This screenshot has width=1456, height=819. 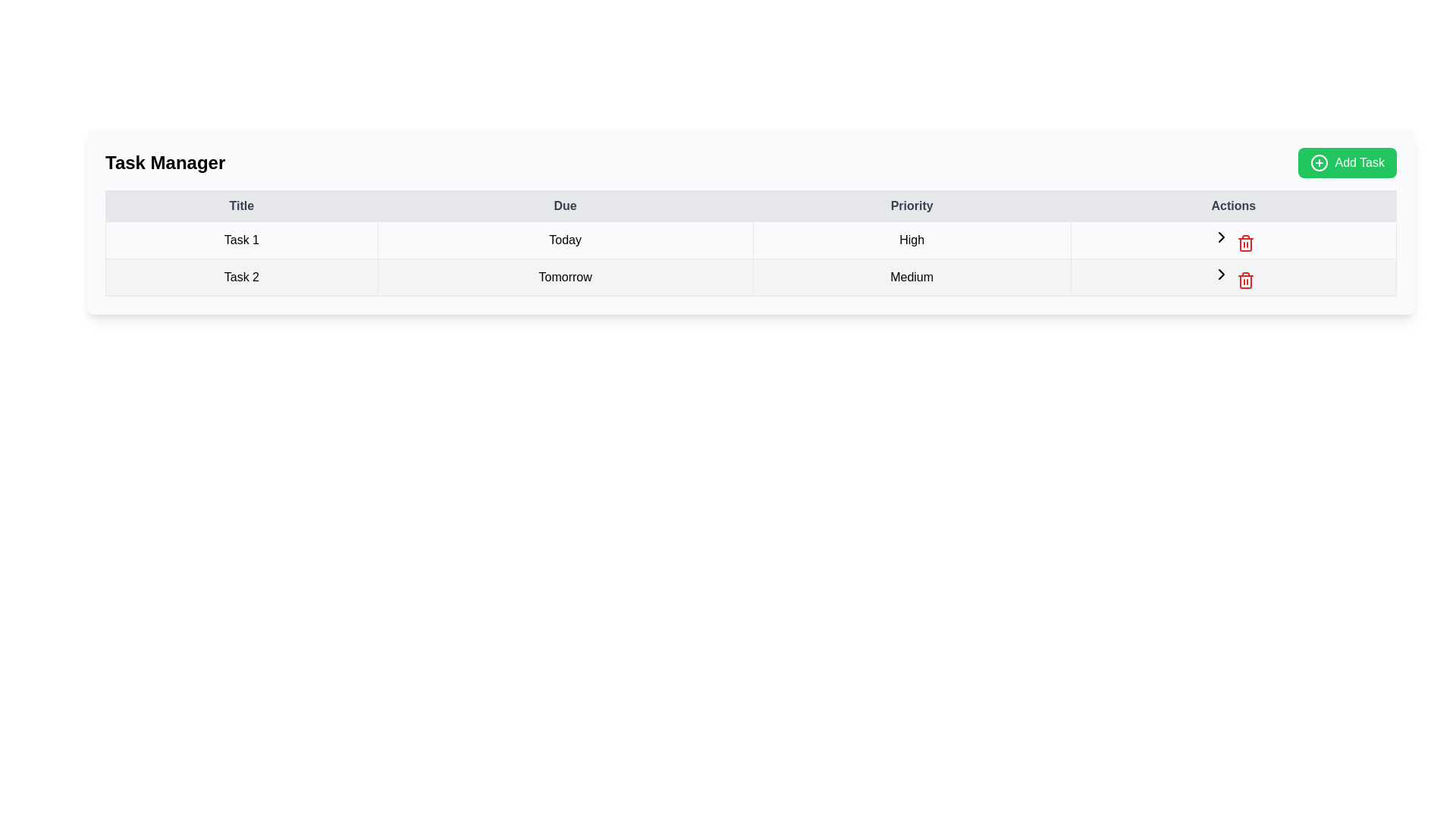 What do you see at coordinates (1245, 242) in the screenshot?
I see `the red trash icon in the 'Actions' column of the table for 'Task 1', which is the second interactive icon in this row` at bounding box center [1245, 242].